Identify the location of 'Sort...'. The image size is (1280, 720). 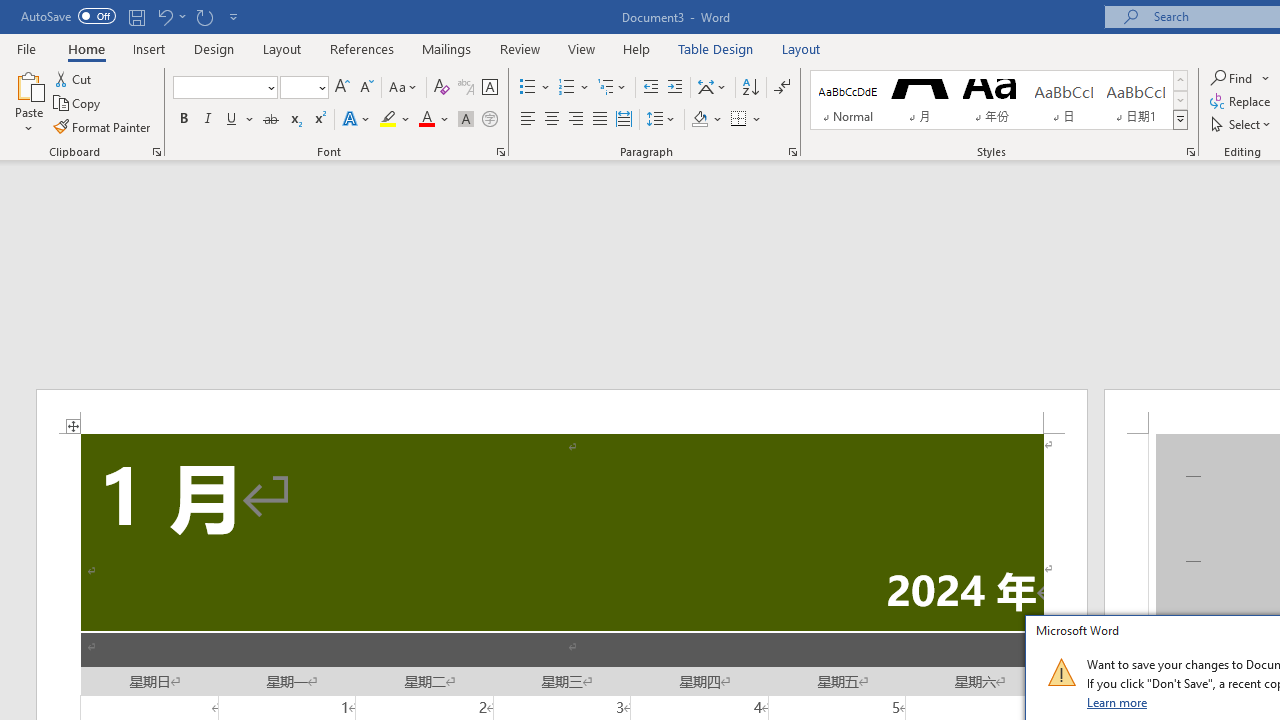
(749, 86).